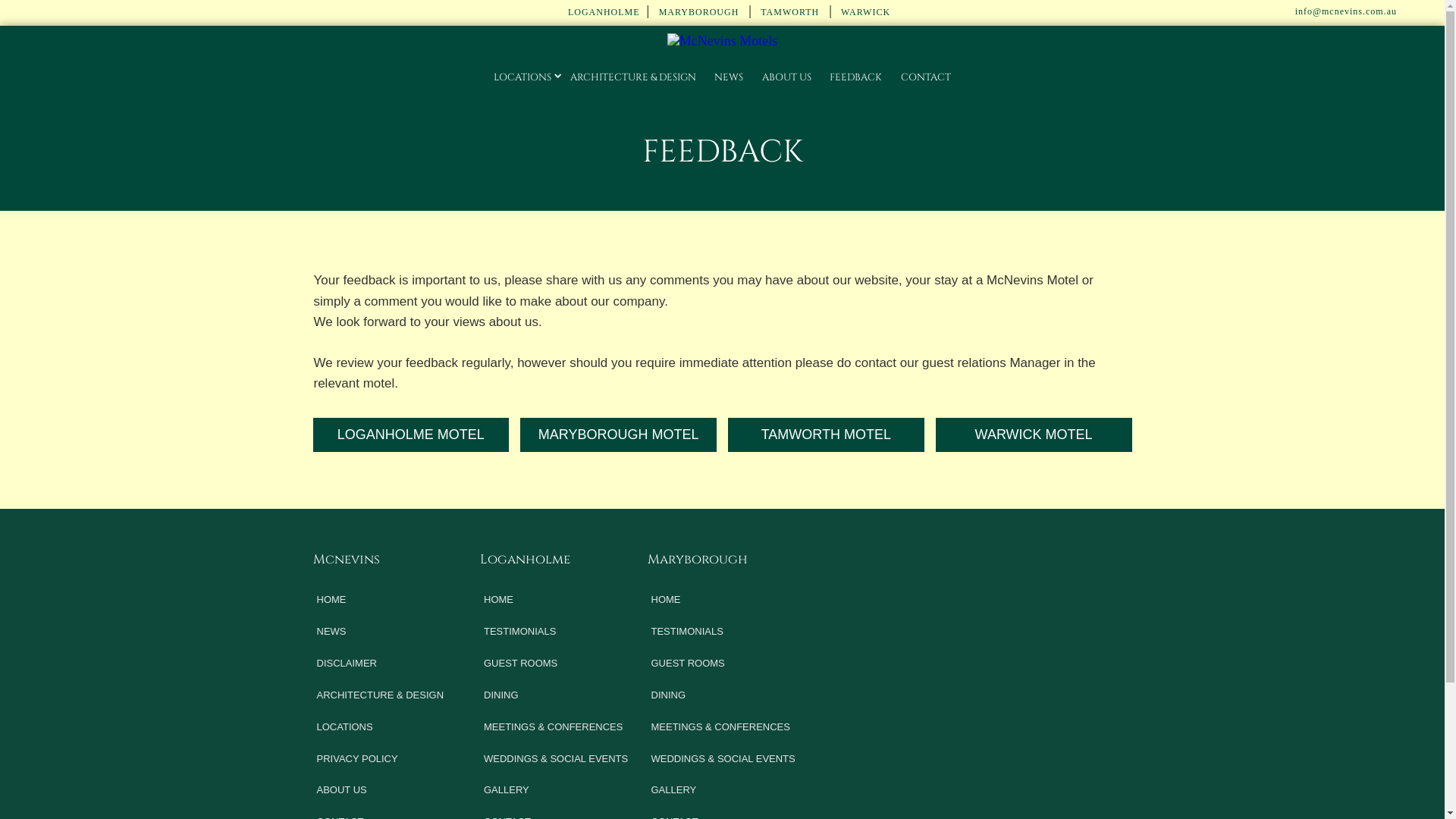 This screenshot has width=1456, height=819. Describe the element at coordinates (788, 11) in the screenshot. I see `'  TAMWORTH'` at that location.